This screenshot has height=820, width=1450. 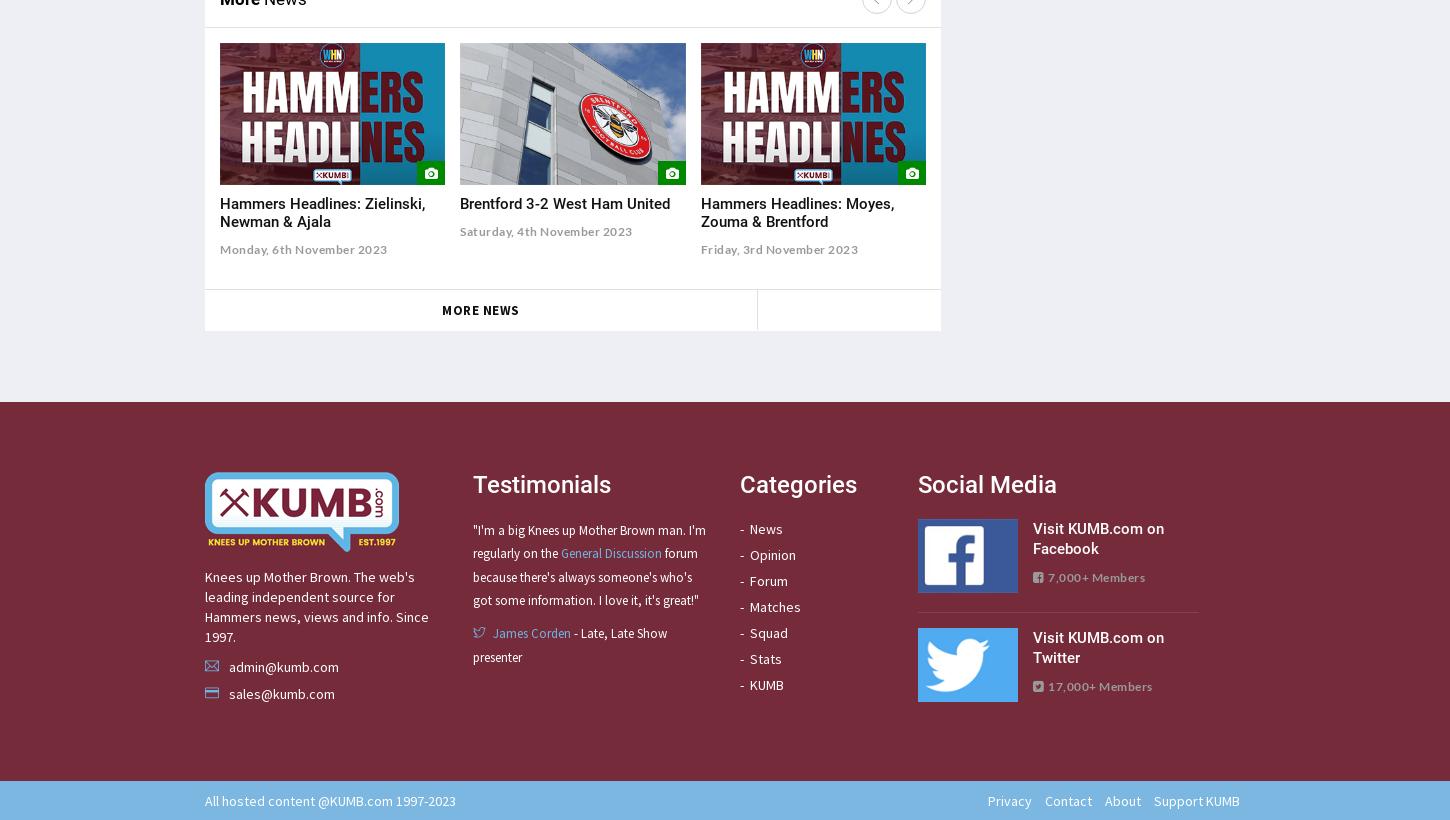 What do you see at coordinates (330, 800) in the screenshot?
I see `'All hosted content @KUMB.com 1997-2023'` at bounding box center [330, 800].